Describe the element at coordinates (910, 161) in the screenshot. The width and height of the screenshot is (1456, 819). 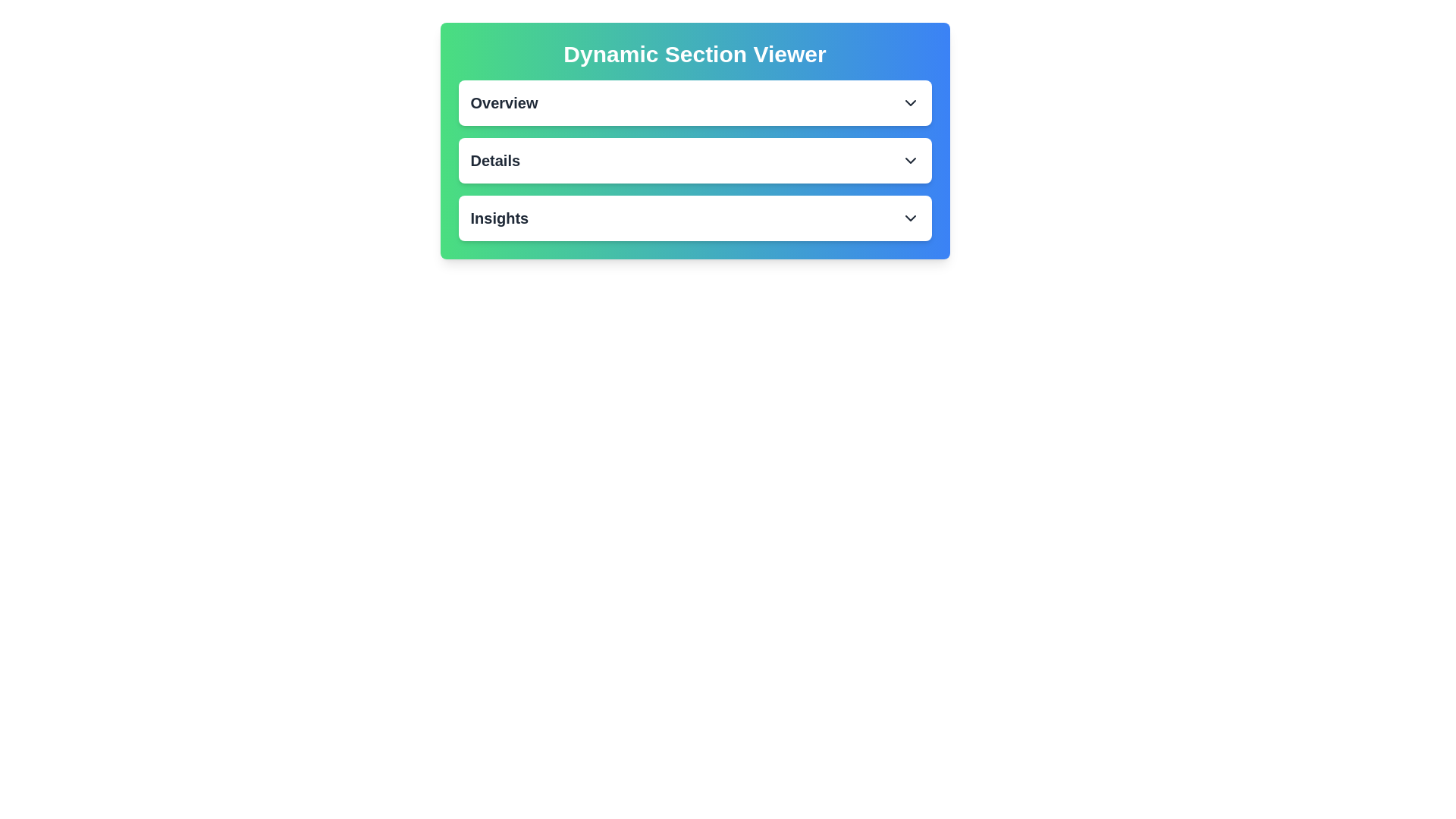
I see `the second chevron-down icon located to the right of the 'Details' text label` at that location.